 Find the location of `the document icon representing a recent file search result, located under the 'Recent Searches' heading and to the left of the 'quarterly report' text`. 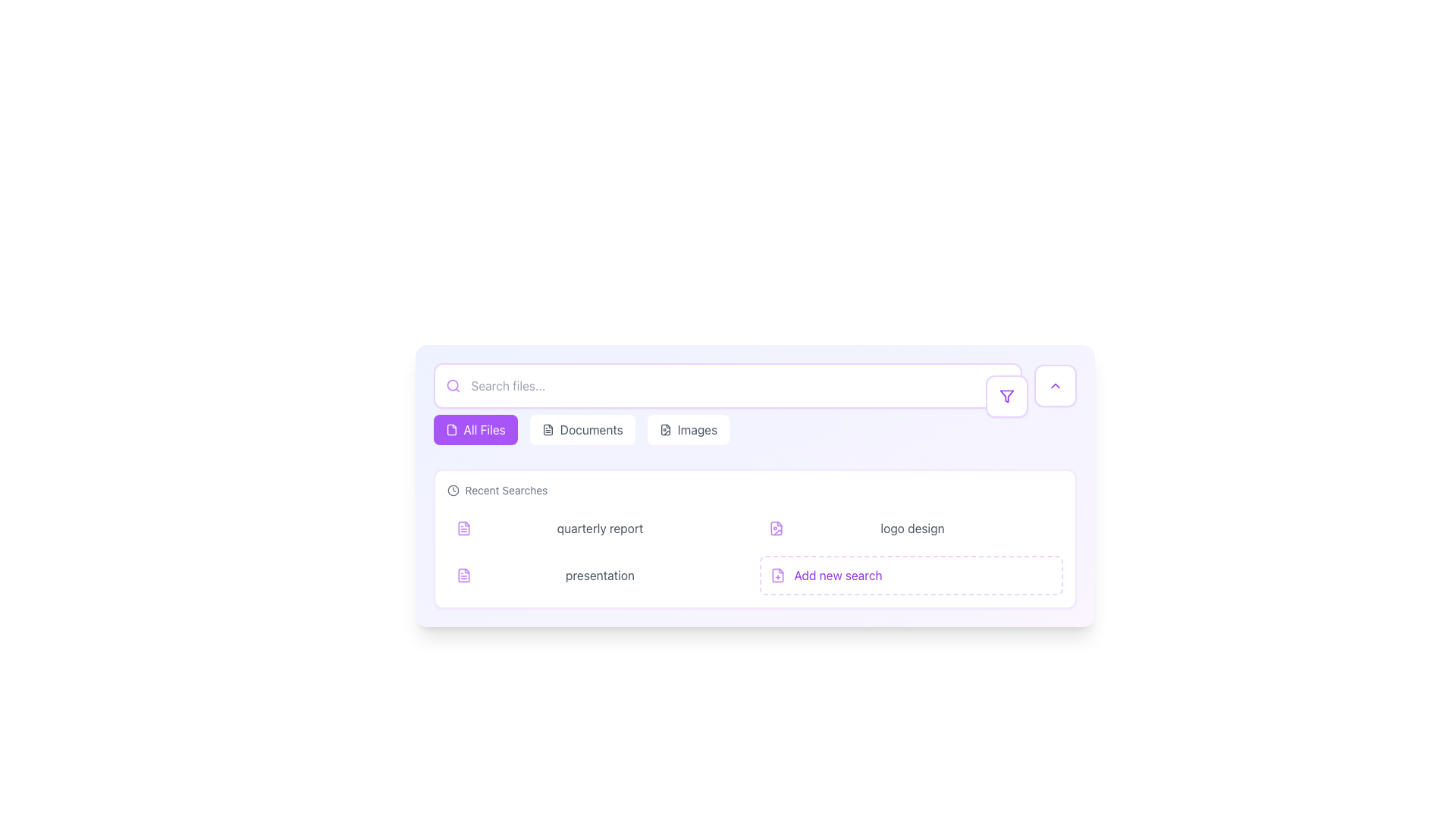

the document icon representing a recent file search result, located under the 'Recent Searches' heading and to the left of the 'quarterly report' text is located at coordinates (463, 528).